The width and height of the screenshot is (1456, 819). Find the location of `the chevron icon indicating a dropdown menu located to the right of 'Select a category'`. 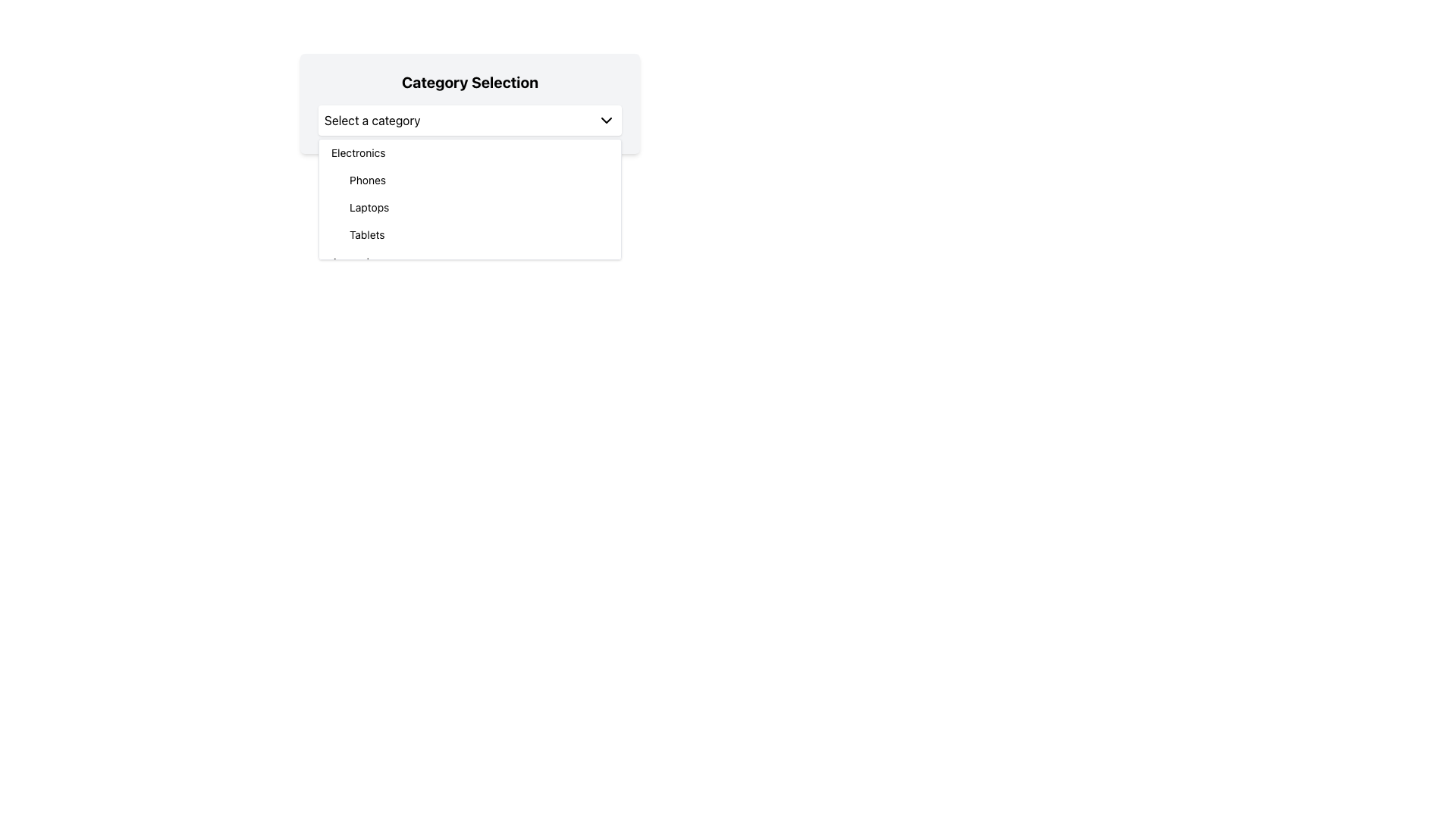

the chevron icon indicating a dropdown menu located to the right of 'Select a category' is located at coordinates (607, 119).